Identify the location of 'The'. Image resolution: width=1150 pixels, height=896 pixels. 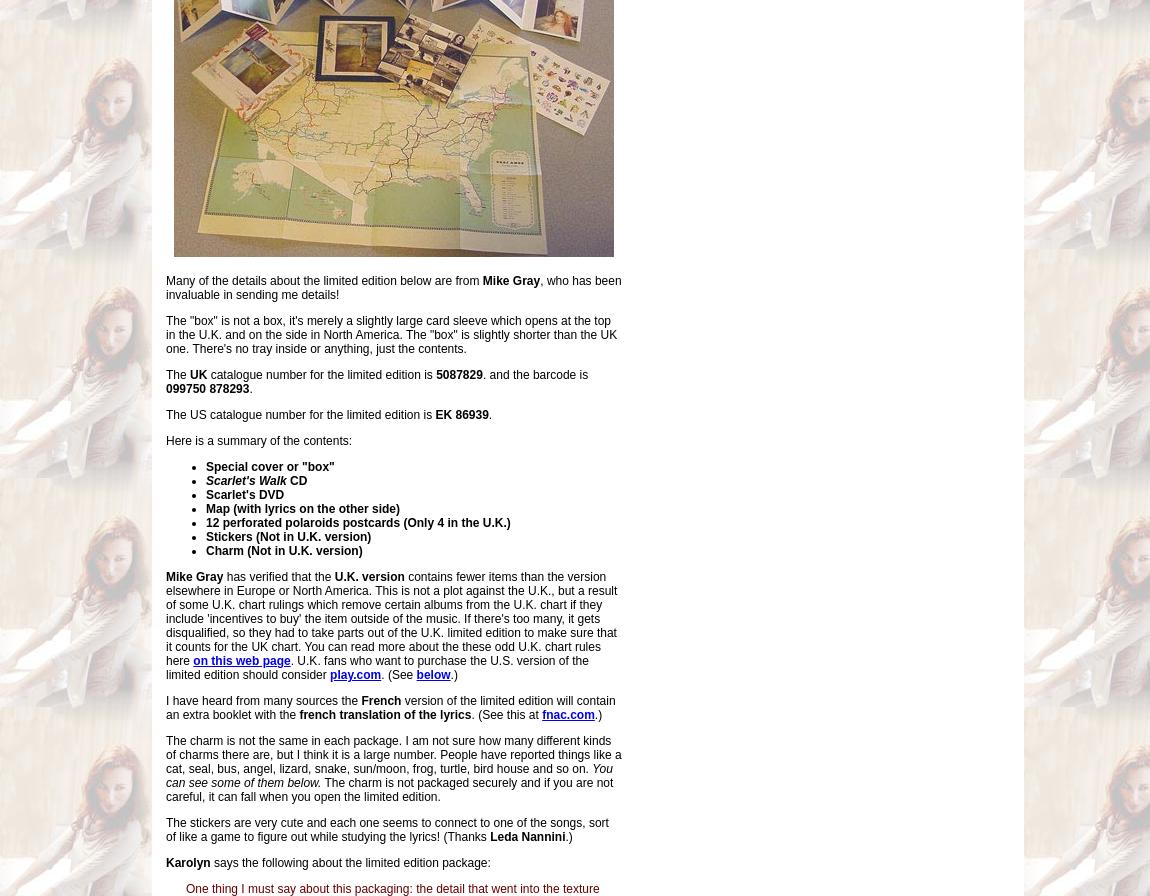
(177, 374).